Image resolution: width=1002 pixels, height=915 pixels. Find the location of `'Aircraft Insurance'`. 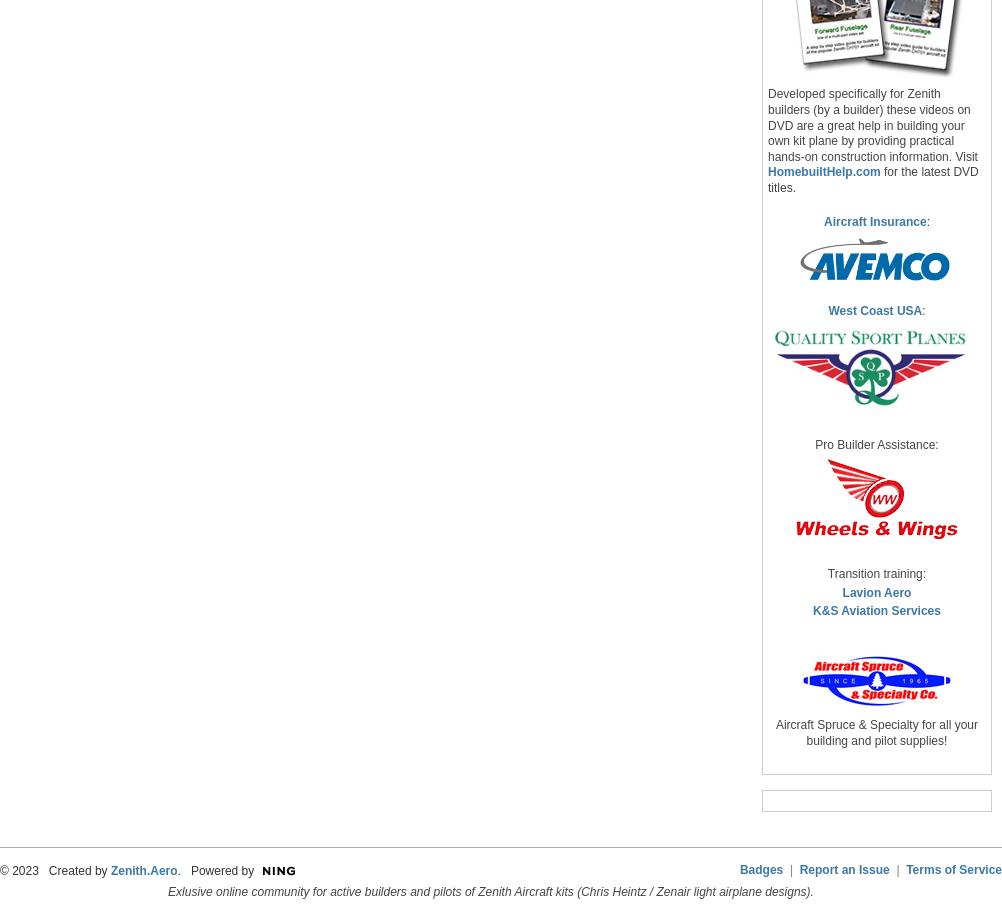

'Aircraft Insurance' is located at coordinates (874, 220).